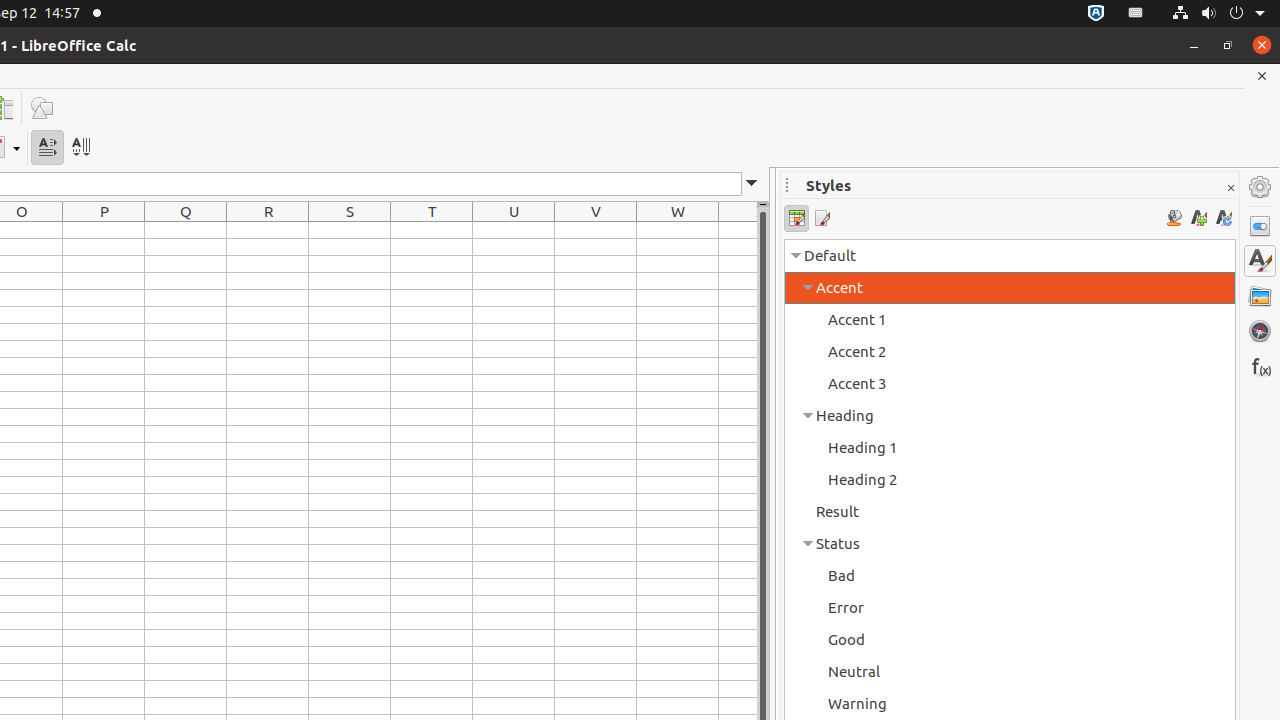 The width and height of the screenshot is (1280, 720). What do you see at coordinates (795, 218) in the screenshot?
I see `'Cell Styles'` at bounding box center [795, 218].